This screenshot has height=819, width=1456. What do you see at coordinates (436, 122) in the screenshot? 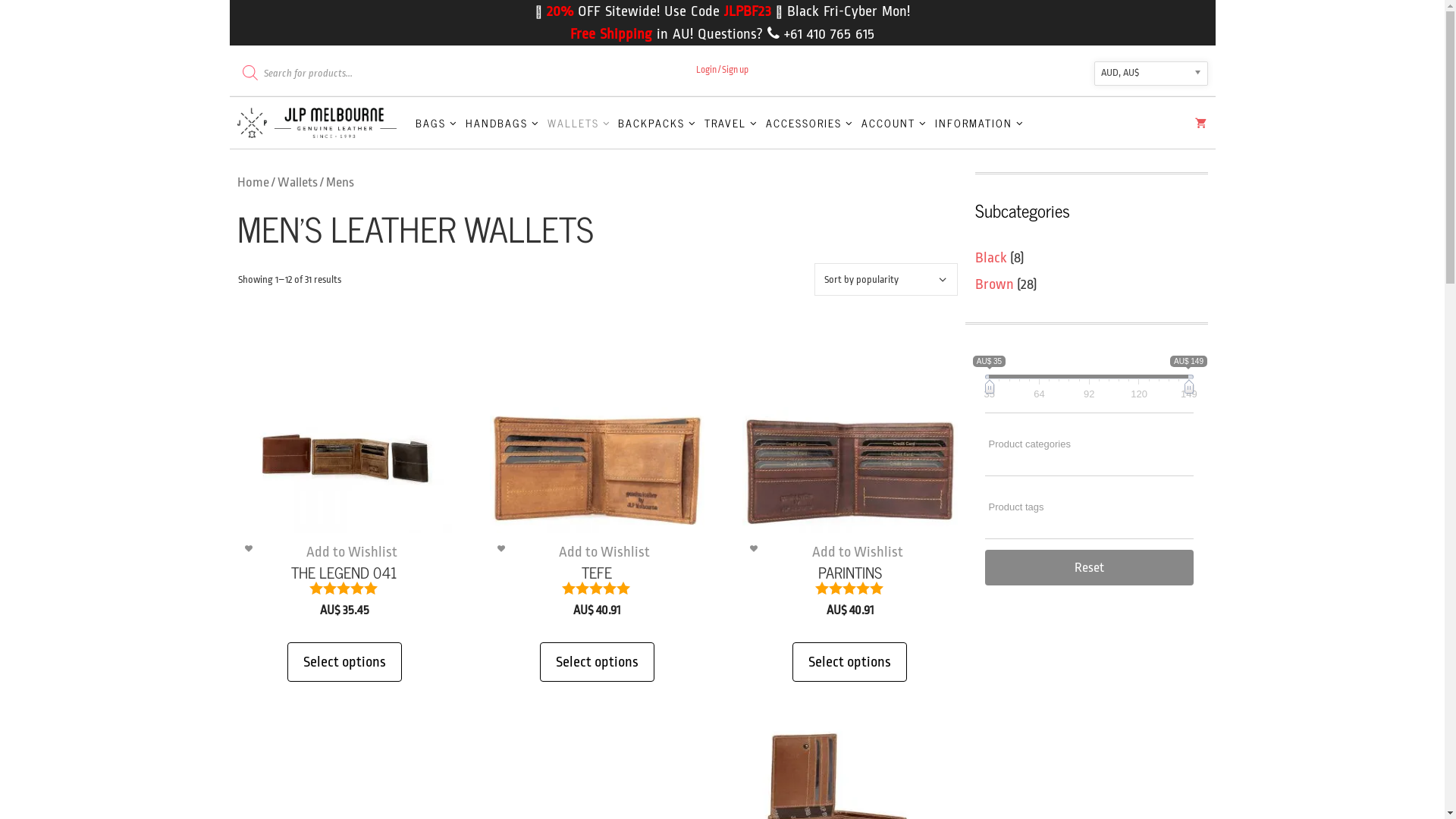
I see `'BAGS'` at bounding box center [436, 122].